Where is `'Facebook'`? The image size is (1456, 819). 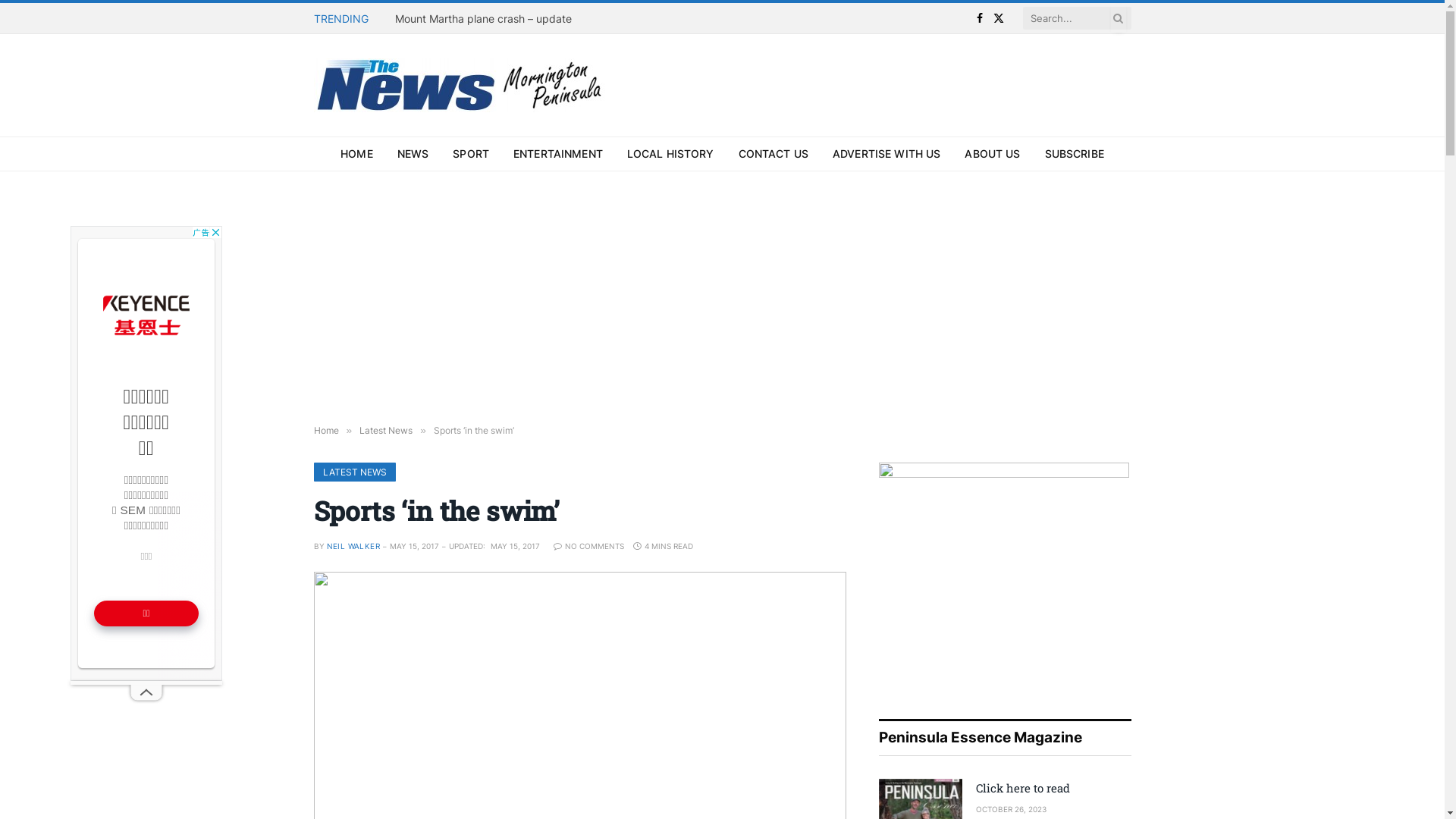
'Facebook' is located at coordinates (980, 17).